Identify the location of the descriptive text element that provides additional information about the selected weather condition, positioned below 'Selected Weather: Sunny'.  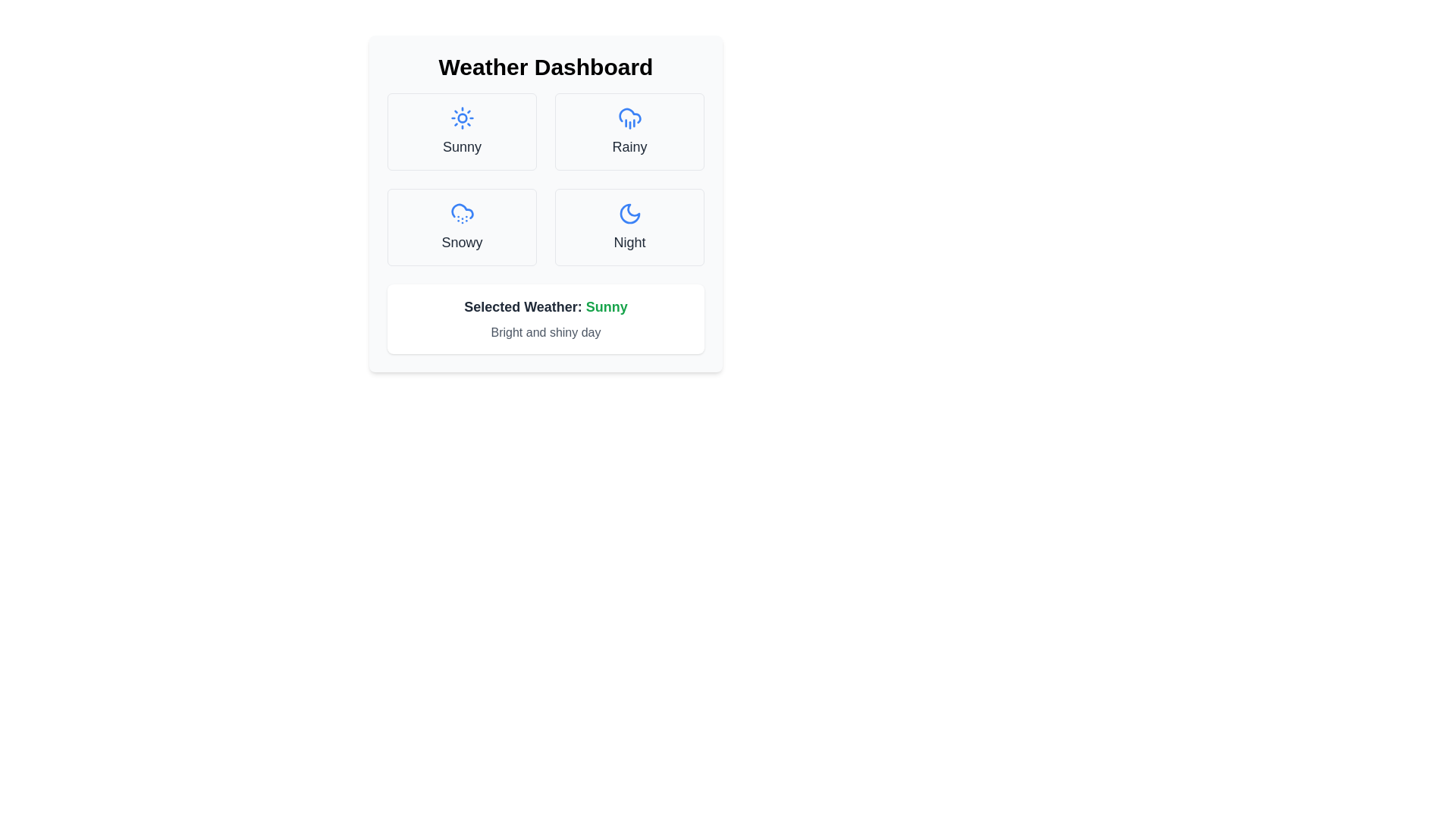
(546, 332).